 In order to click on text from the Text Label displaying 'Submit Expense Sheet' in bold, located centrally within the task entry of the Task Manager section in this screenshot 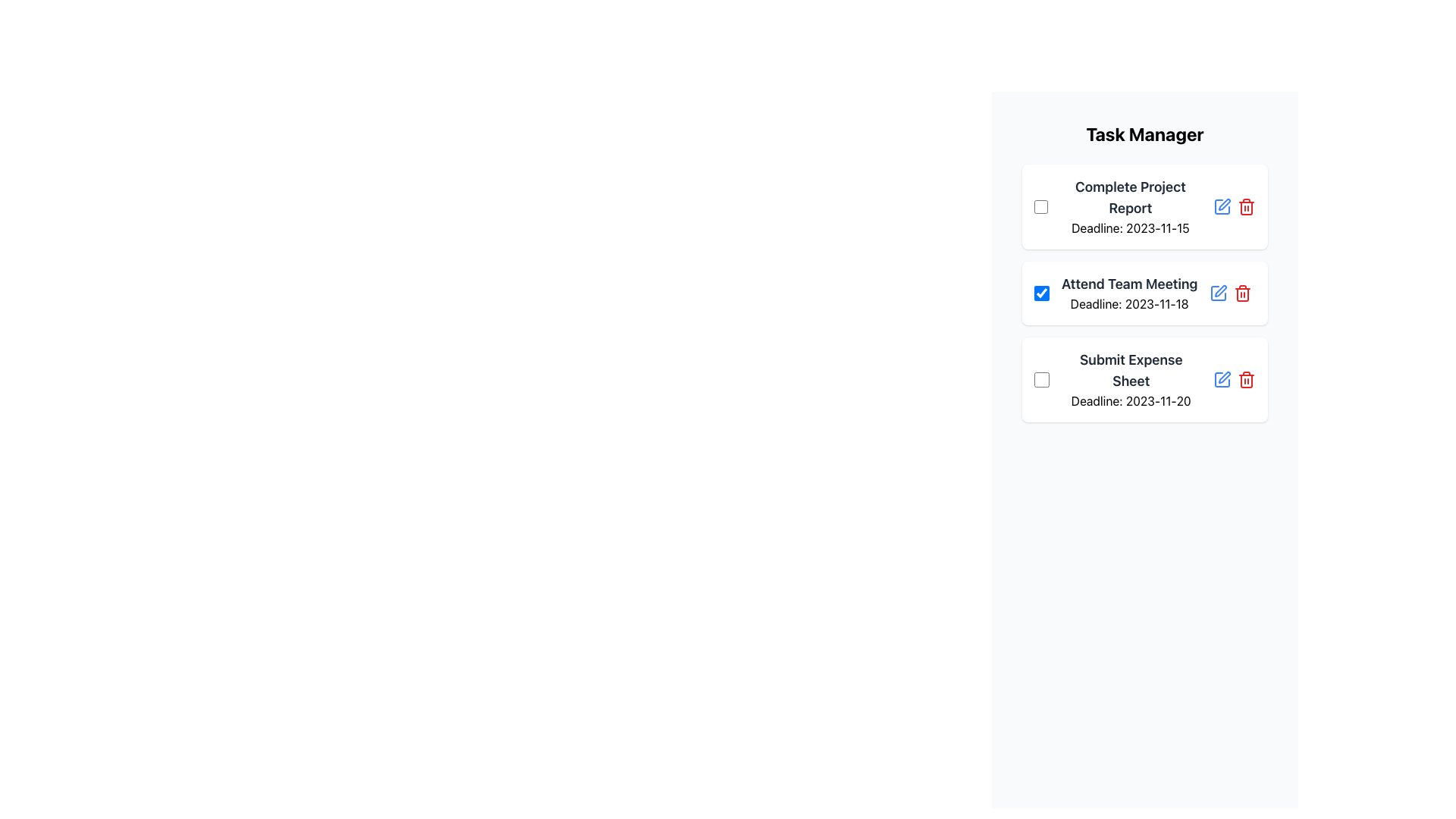, I will do `click(1131, 371)`.